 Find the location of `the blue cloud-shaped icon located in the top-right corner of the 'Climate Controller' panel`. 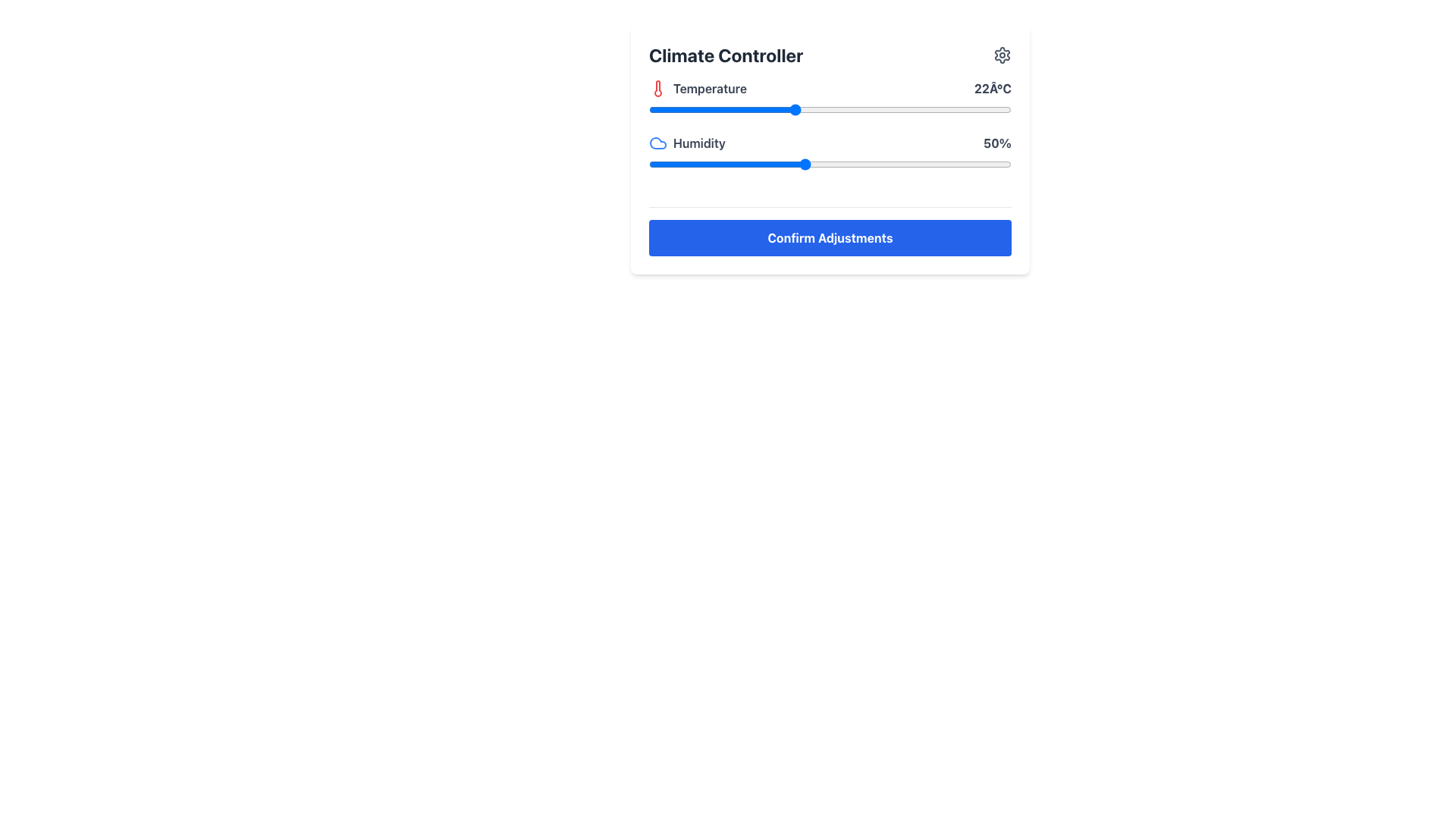

the blue cloud-shaped icon located in the top-right corner of the 'Climate Controller' panel is located at coordinates (658, 143).